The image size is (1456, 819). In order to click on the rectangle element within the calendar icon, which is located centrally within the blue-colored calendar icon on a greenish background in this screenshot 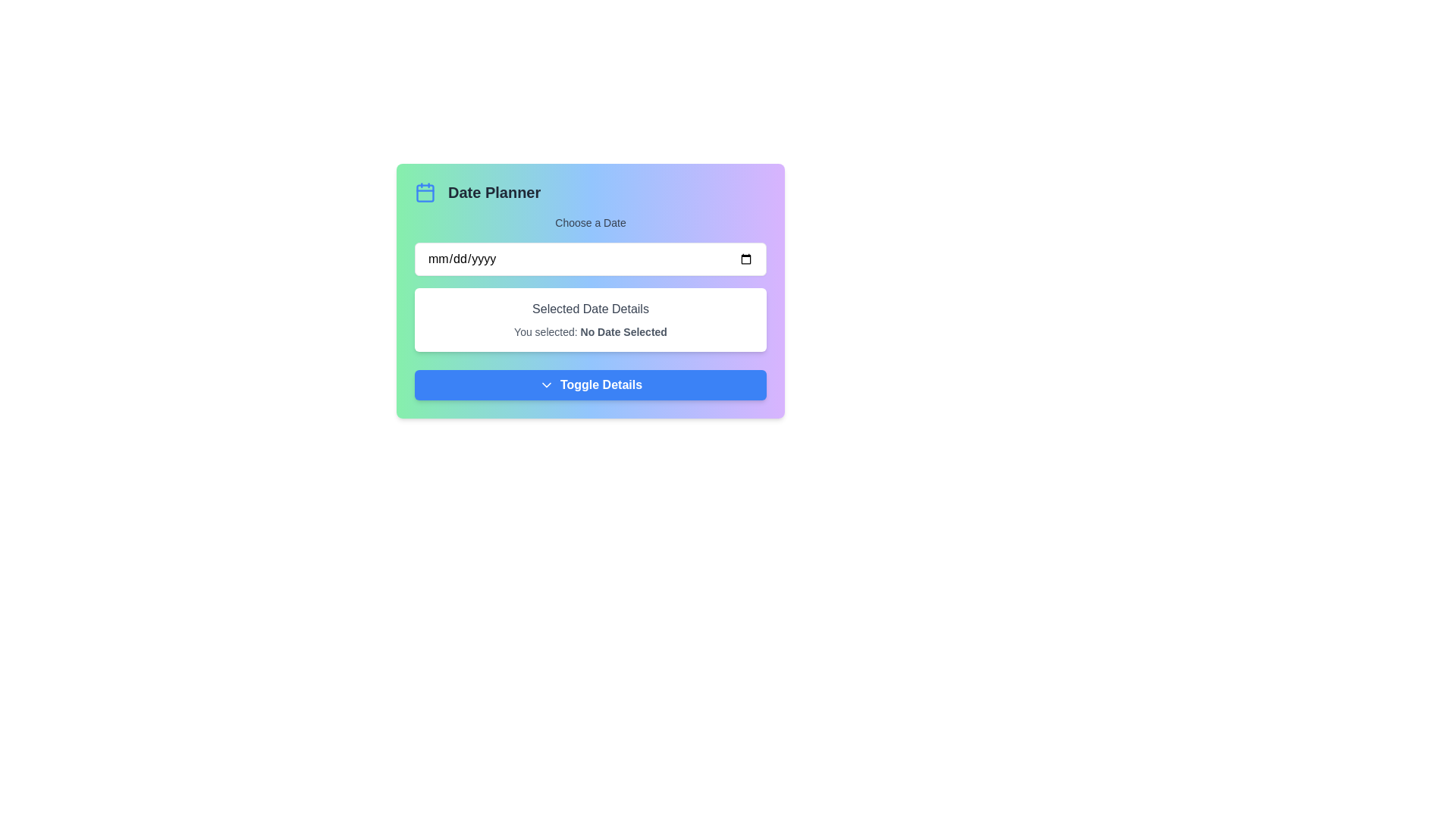, I will do `click(425, 192)`.